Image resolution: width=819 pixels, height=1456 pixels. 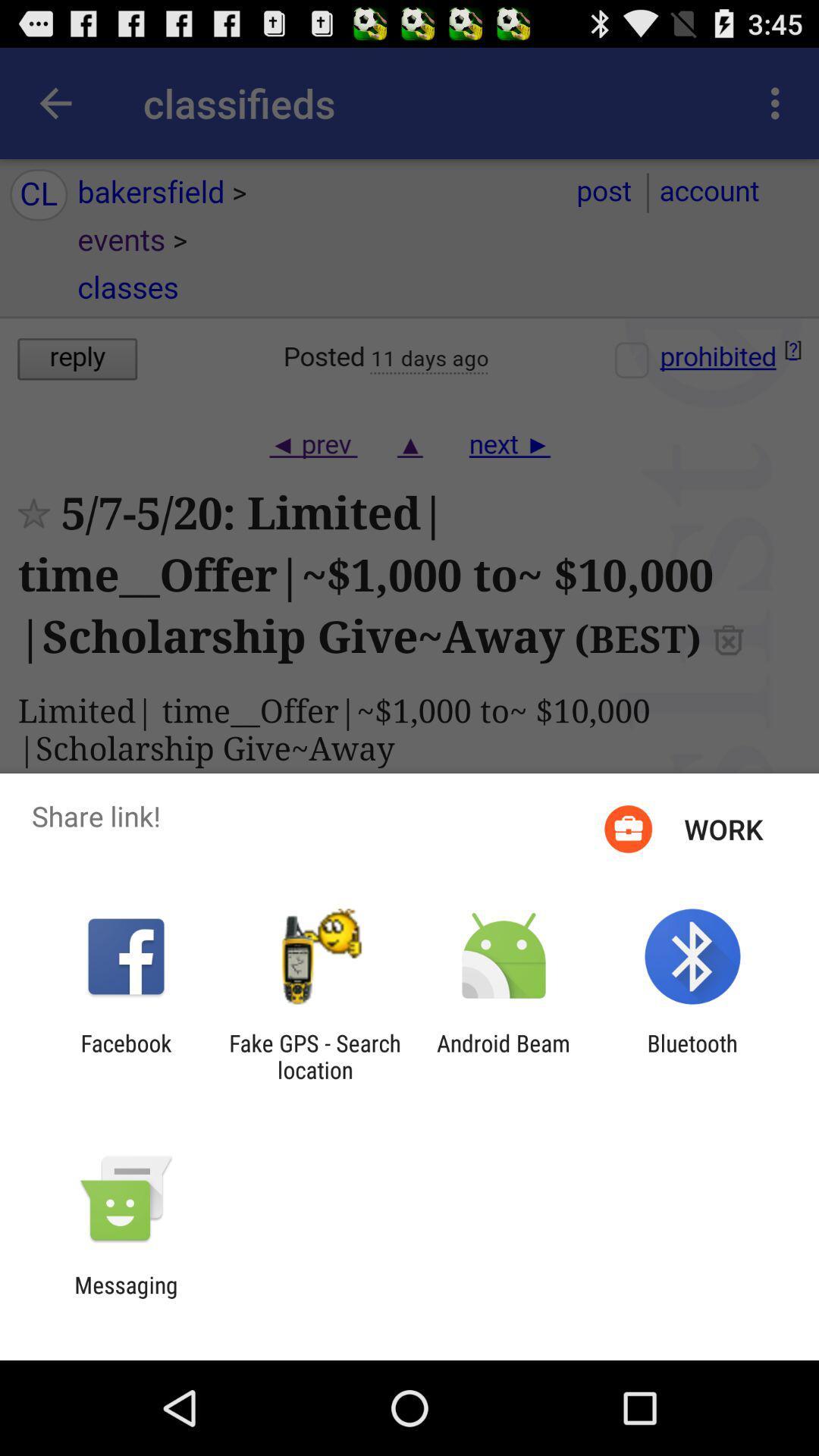 What do you see at coordinates (692, 1056) in the screenshot?
I see `the item to the right of android beam` at bounding box center [692, 1056].